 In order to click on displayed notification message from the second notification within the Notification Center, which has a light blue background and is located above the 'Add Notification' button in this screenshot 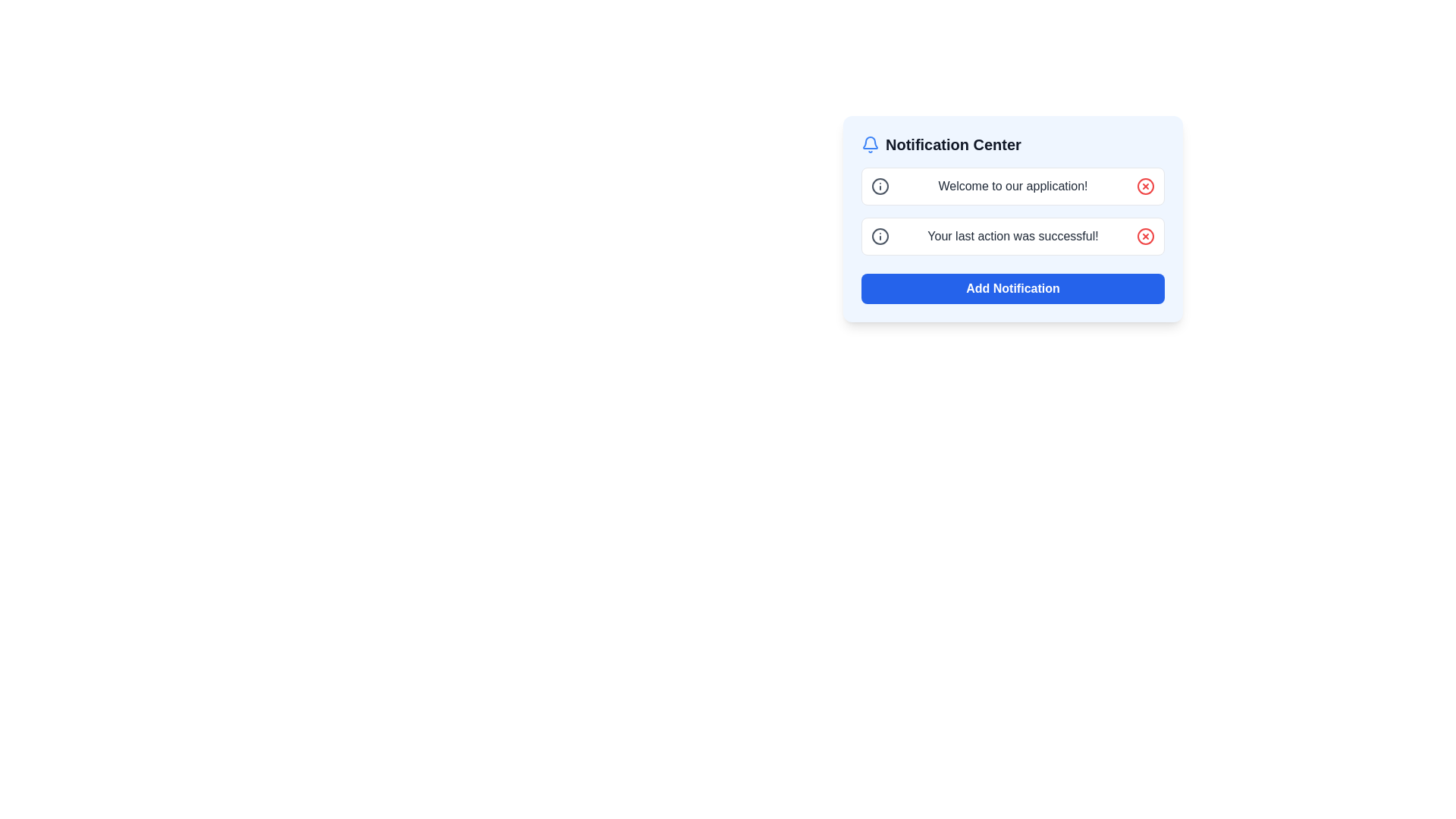, I will do `click(1012, 219)`.